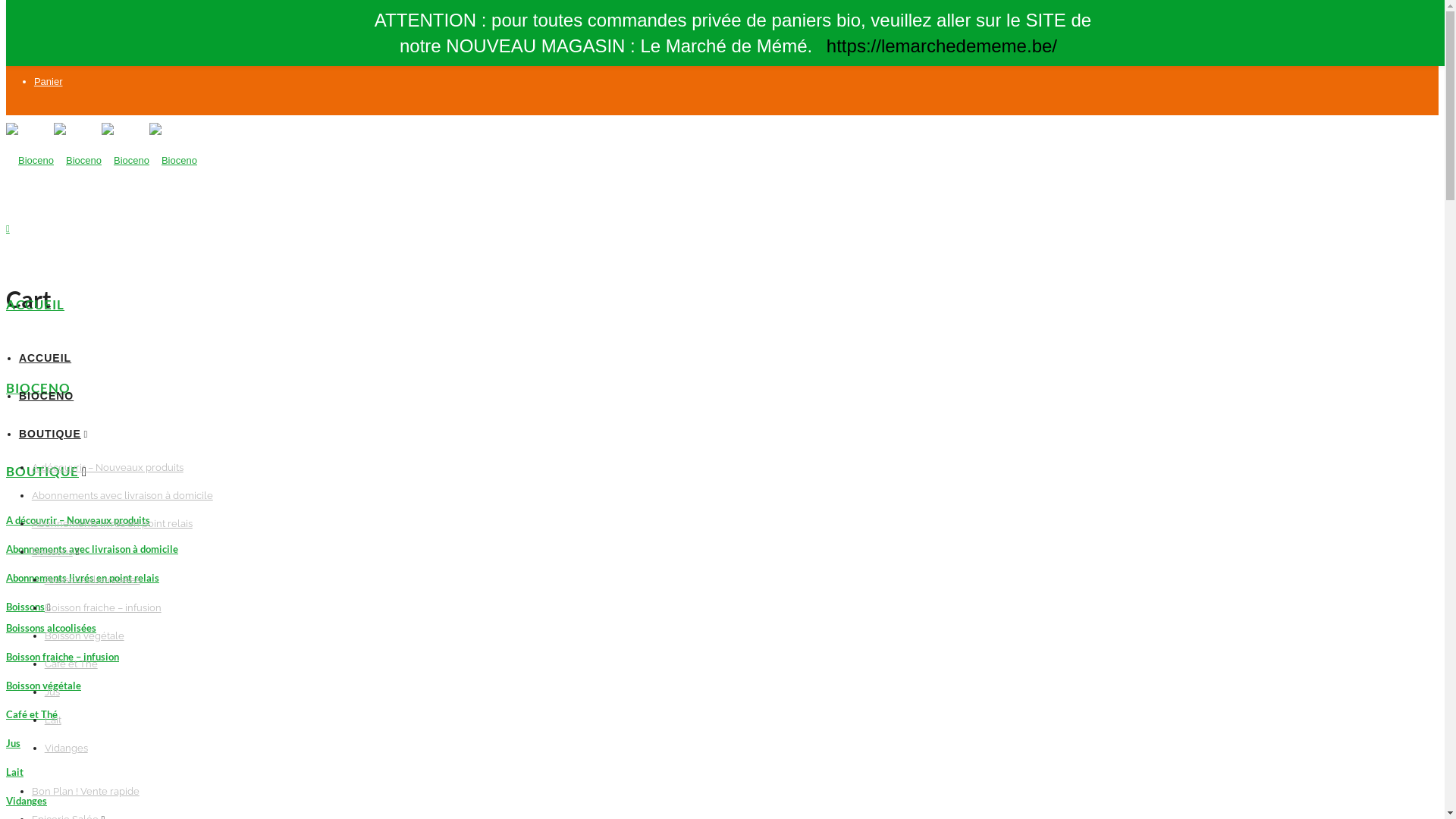 The width and height of the screenshot is (1456, 819). What do you see at coordinates (42, 470) in the screenshot?
I see `'BOUTIQUE'` at bounding box center [42, 470].